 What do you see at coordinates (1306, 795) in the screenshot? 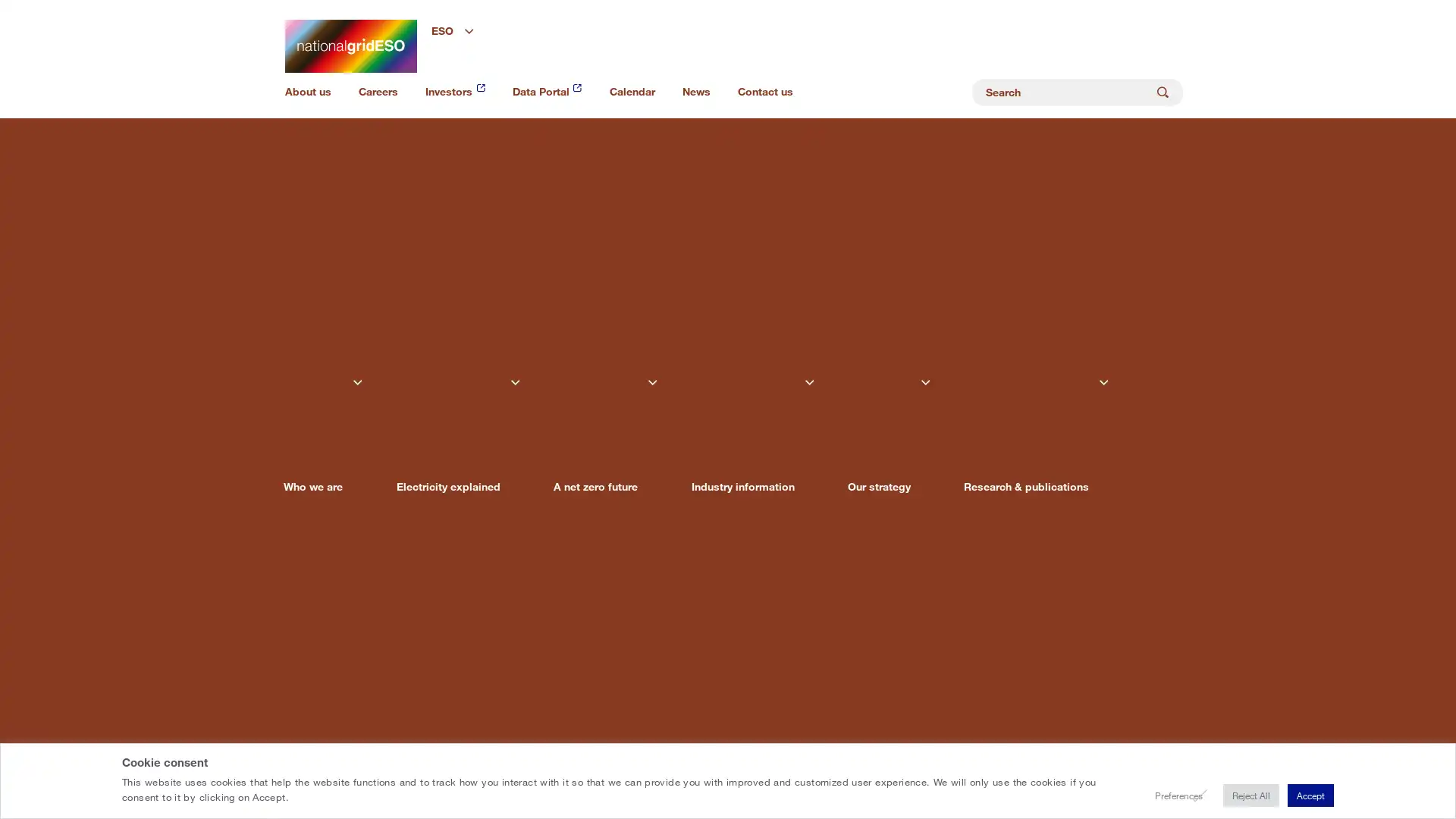
I see `Accept` at bounding box center [1306, 795].